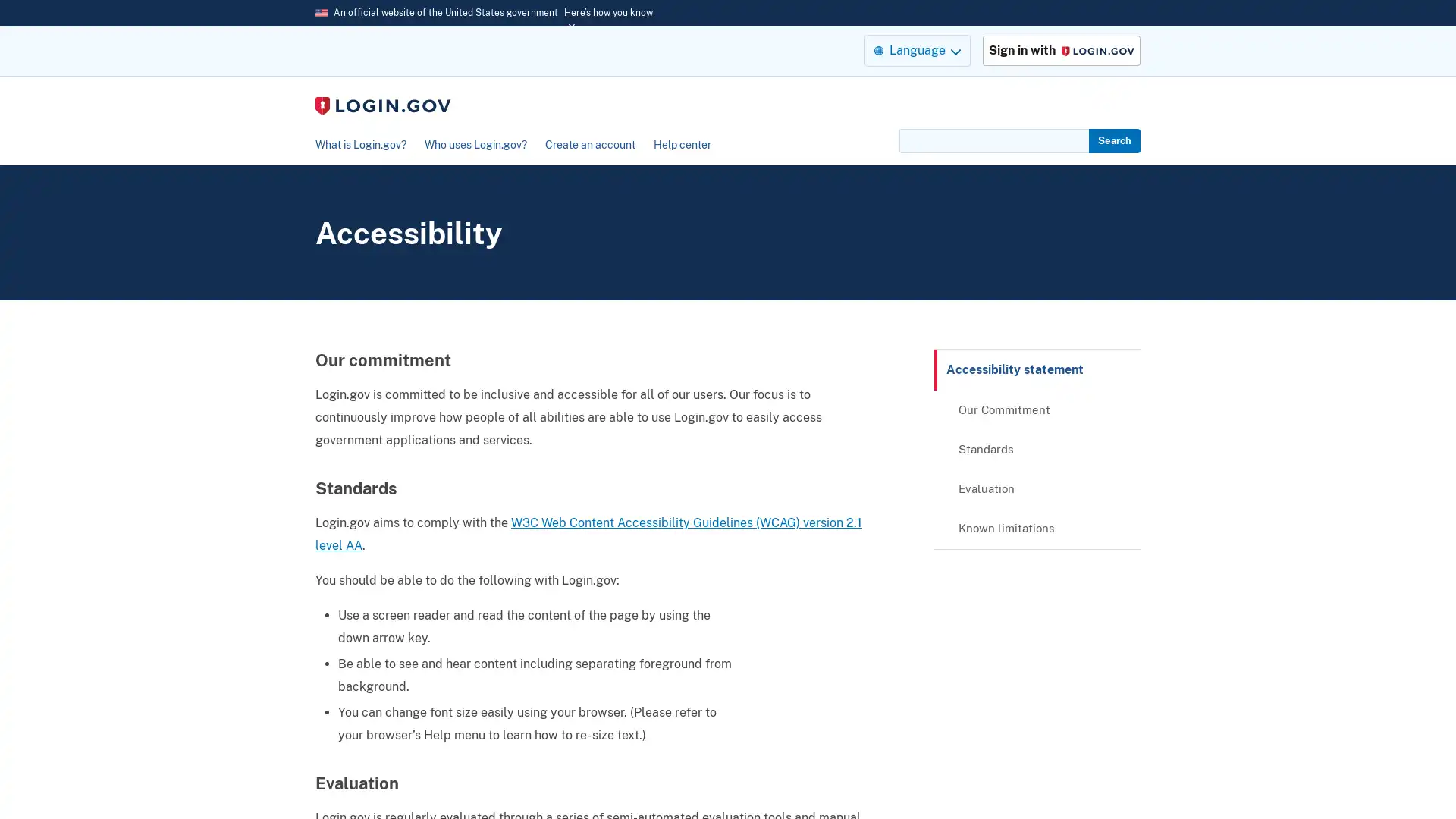 The image size is (1456, 819). Describe the element at coordinates (608, 12) in the screenshot. I see `Heres how you know` at that location.